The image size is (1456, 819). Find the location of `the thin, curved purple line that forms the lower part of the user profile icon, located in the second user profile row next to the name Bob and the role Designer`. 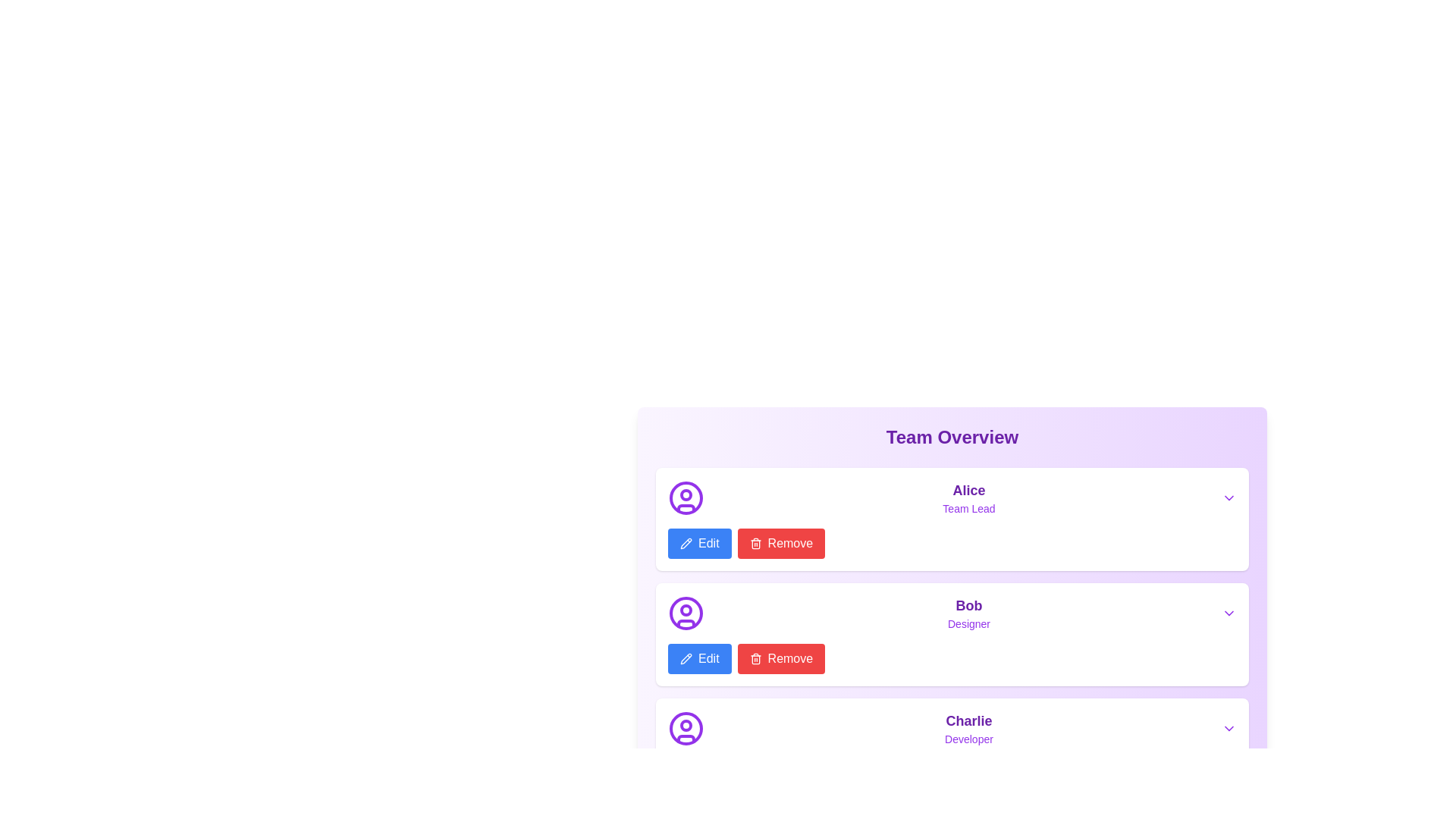

the thin, curved purple line that forms the lower part of the user profile icon, located in the second user profile row next to the name Bob and the role Designer is located at coordinates (686, 623).